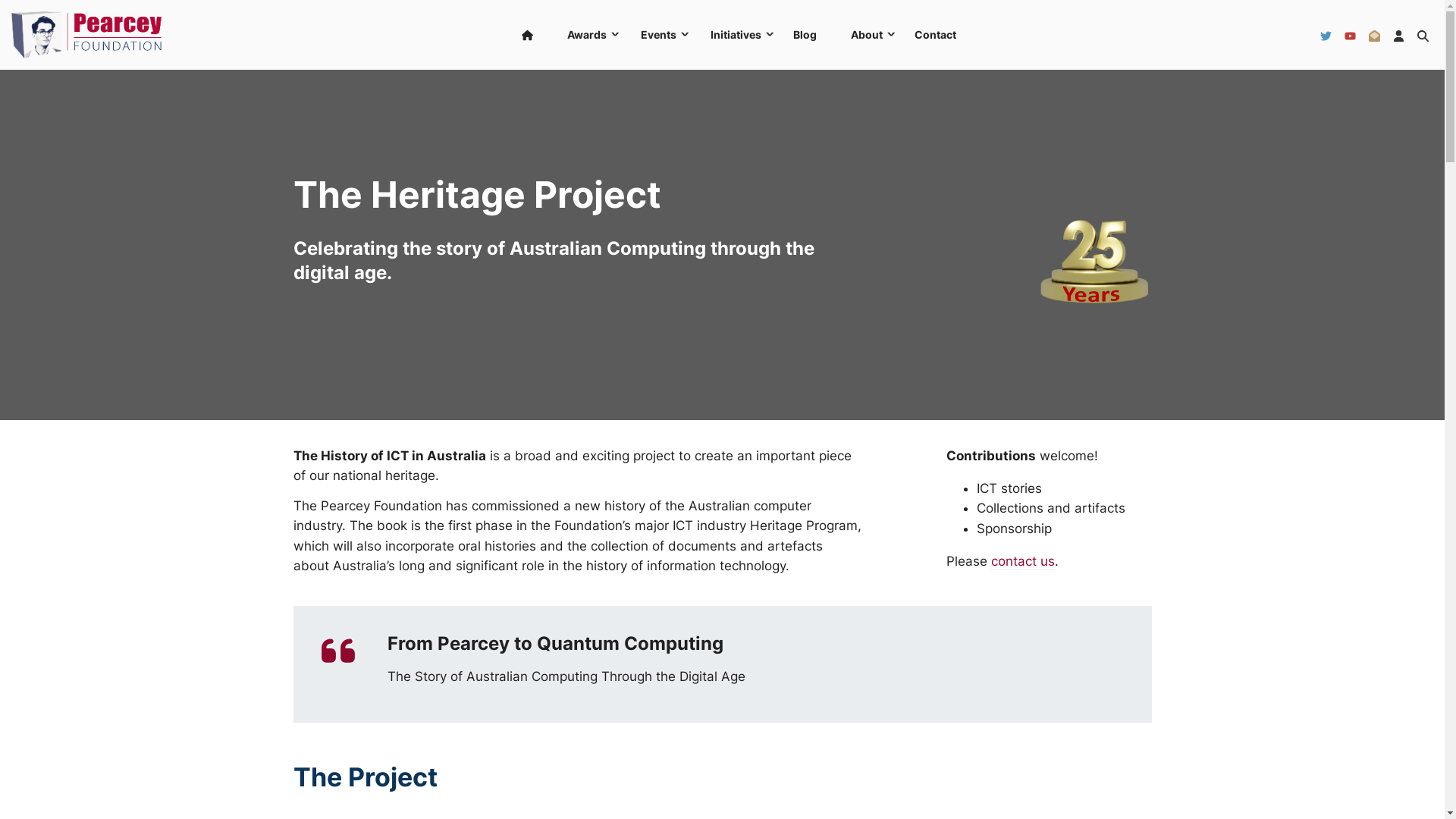  I want to click on 'Contact', so click(934, 34).